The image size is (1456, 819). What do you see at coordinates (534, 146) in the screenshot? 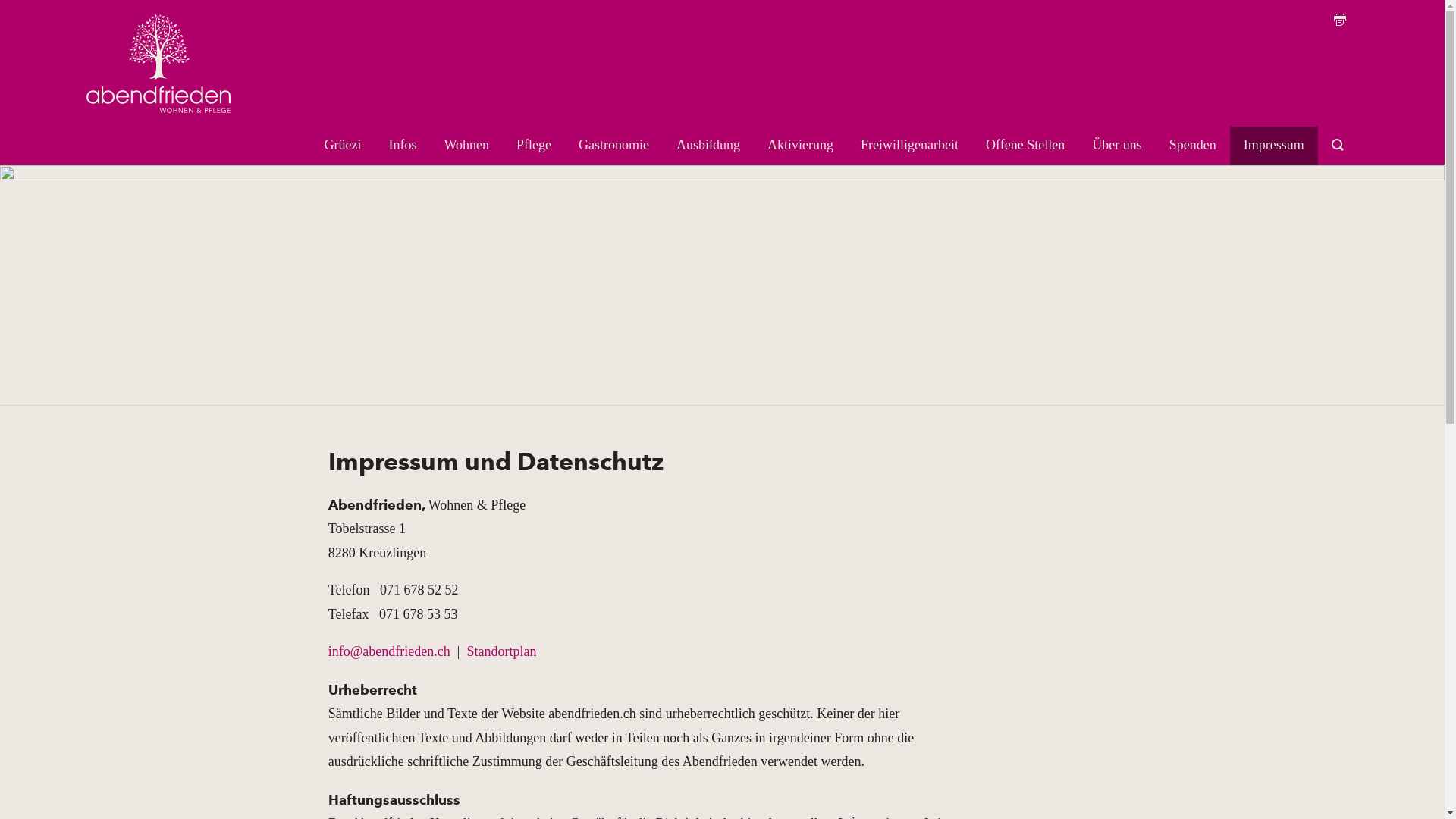
I see `'Pflege'` at bounding box center [534, 146].